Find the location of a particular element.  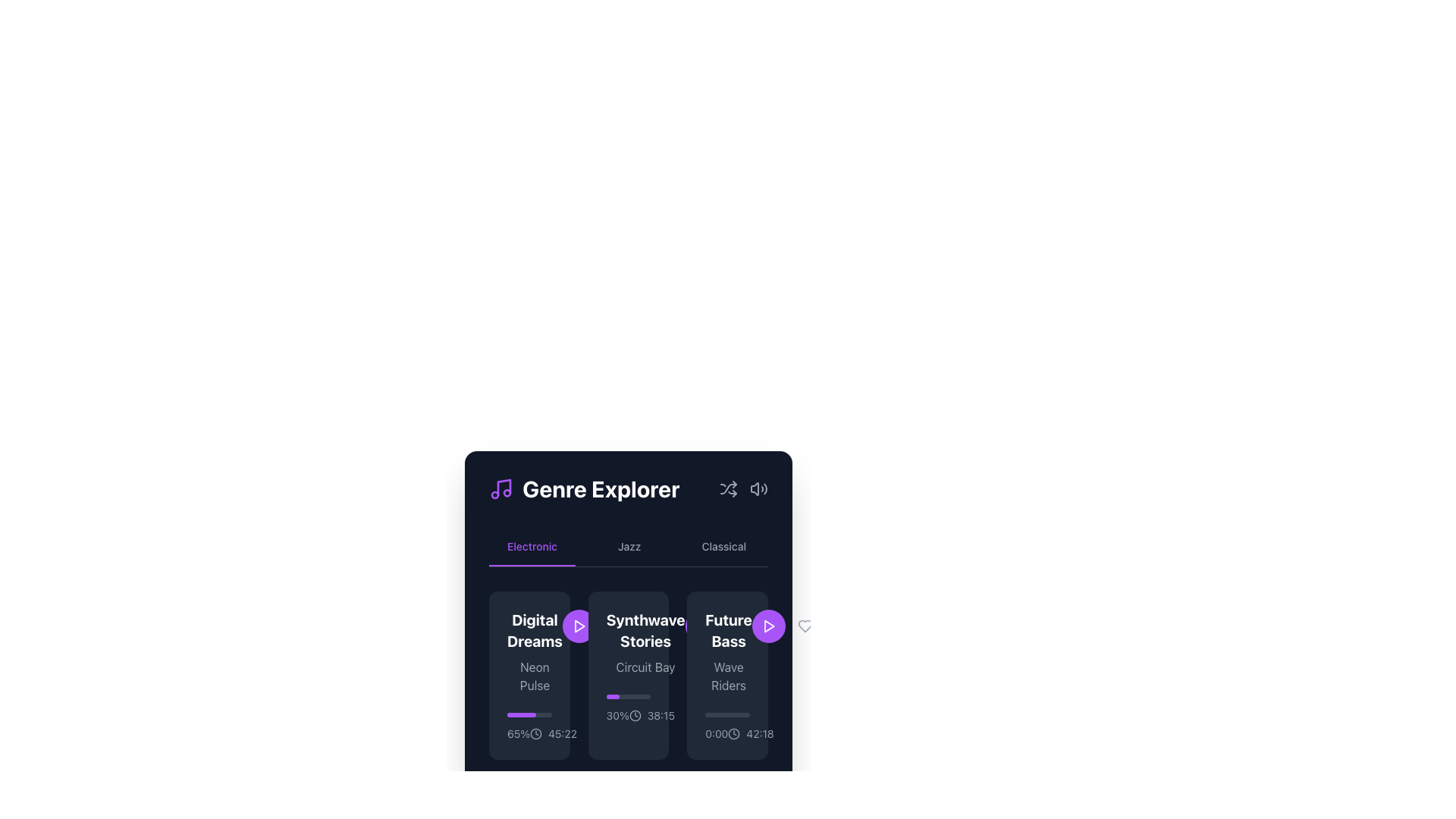

the 'Genre Explorer' text label with a purple musical note icon located in the top-left corner of the main header interface is located at coordinates (583, 488).